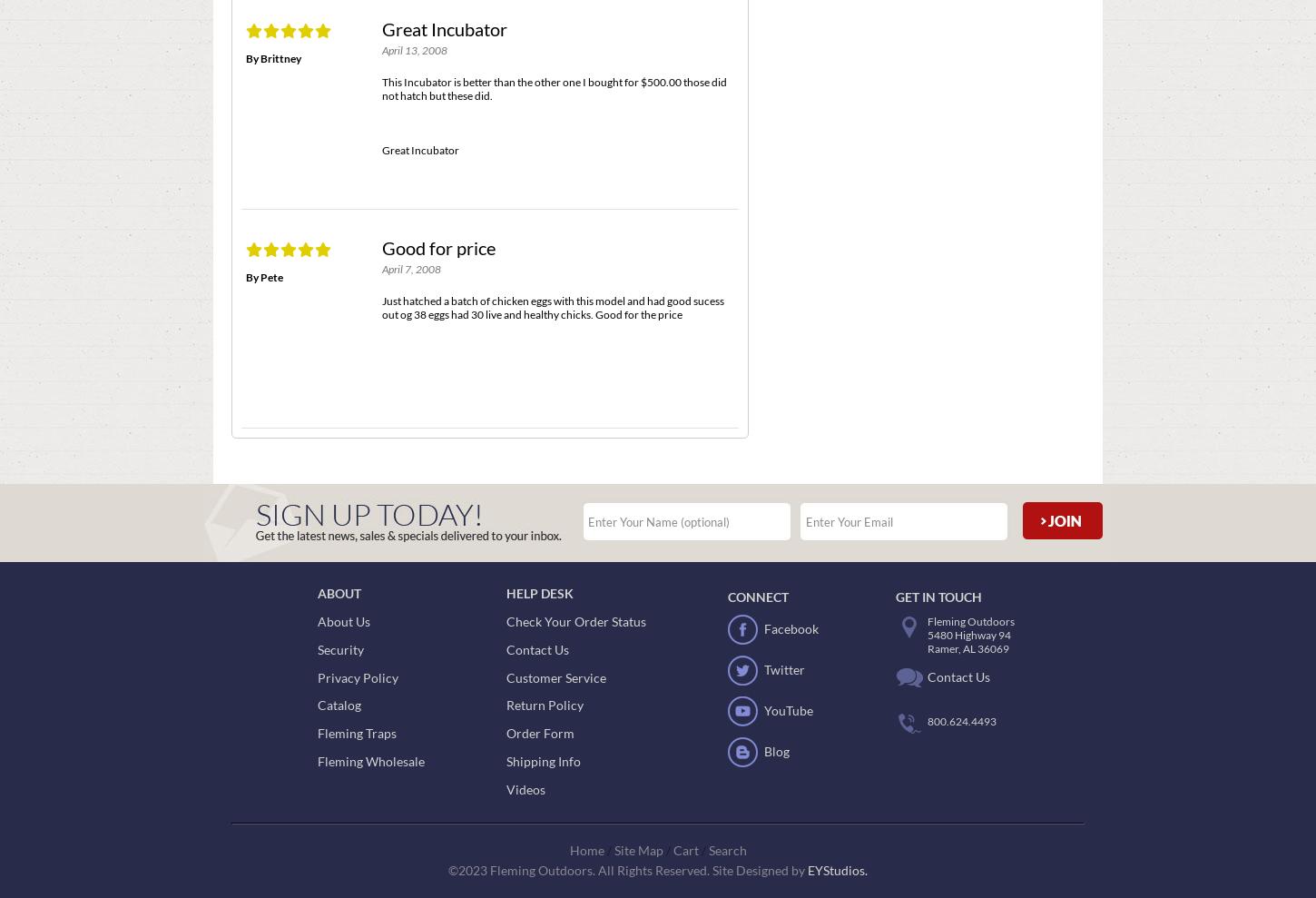 Image resolution: width=1316 pixels, height=898 pixels. Describe the element at coordinates (783, 669) in the screenshot. I see `'Twitter'` at that location.